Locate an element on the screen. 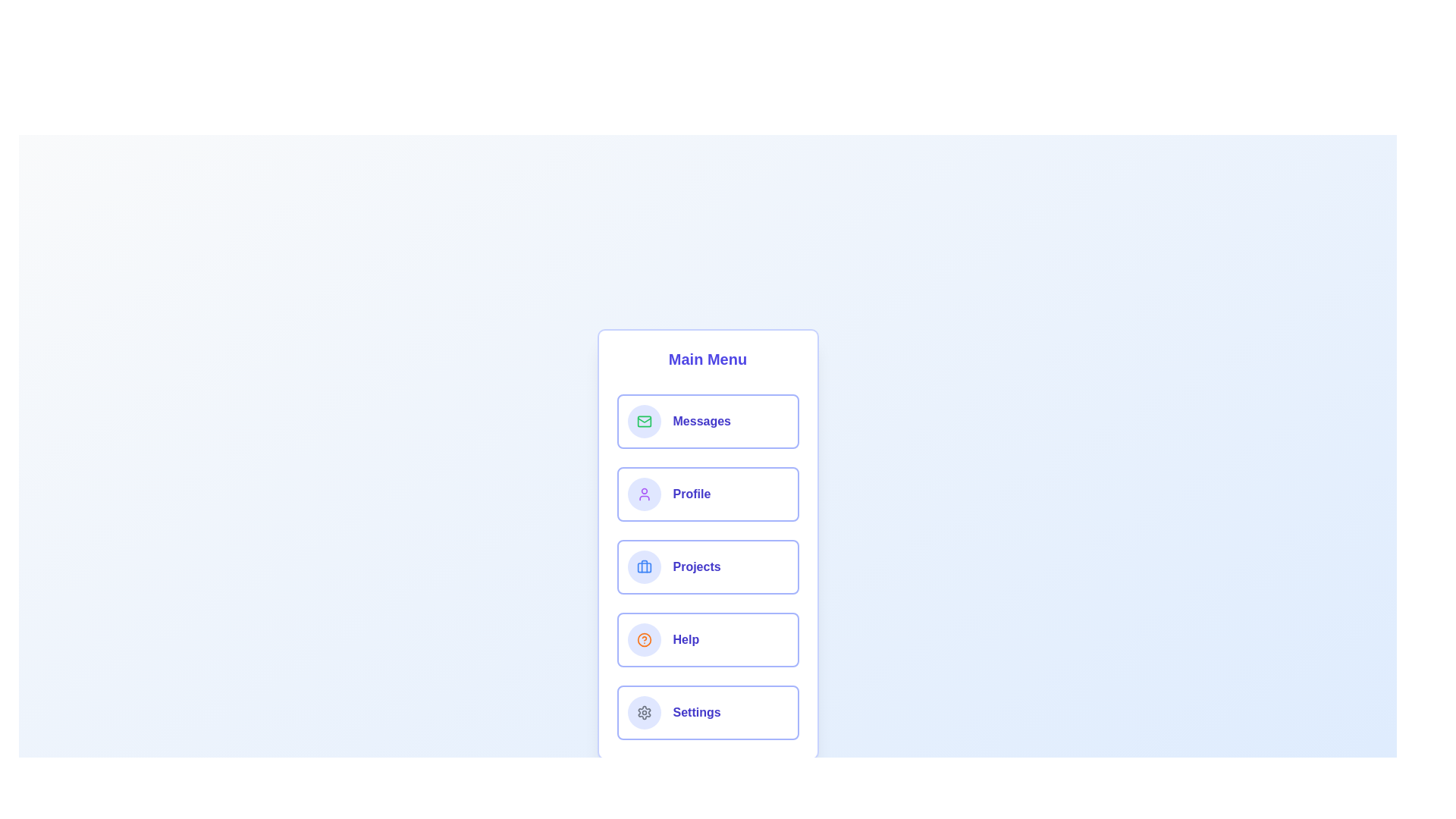 Image resolution: width=1456 pixels, height=819 pixels. the menu item labeled 'Projects' to observe the hover effect is located at coordinates (707, 567).